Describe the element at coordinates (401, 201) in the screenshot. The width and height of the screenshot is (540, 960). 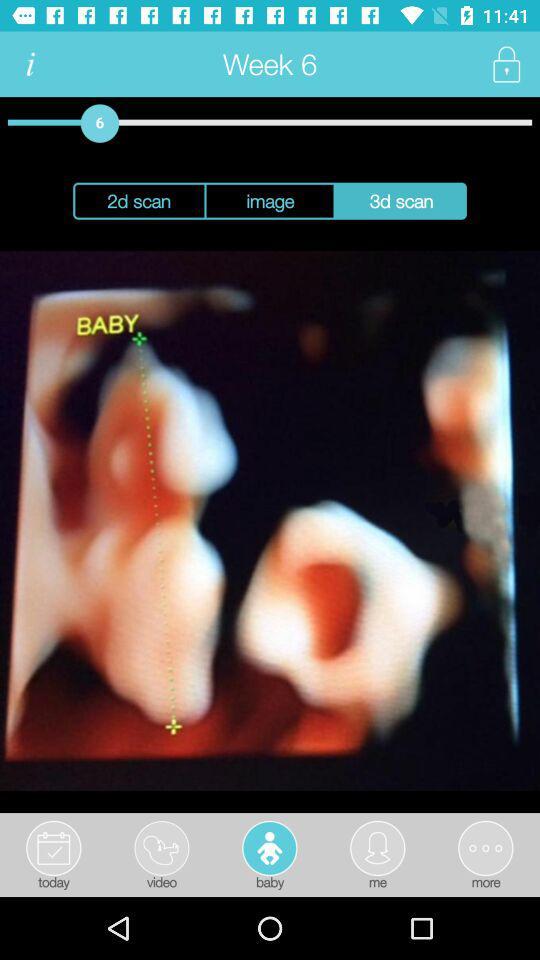
I see `the button next to image button` at that location.